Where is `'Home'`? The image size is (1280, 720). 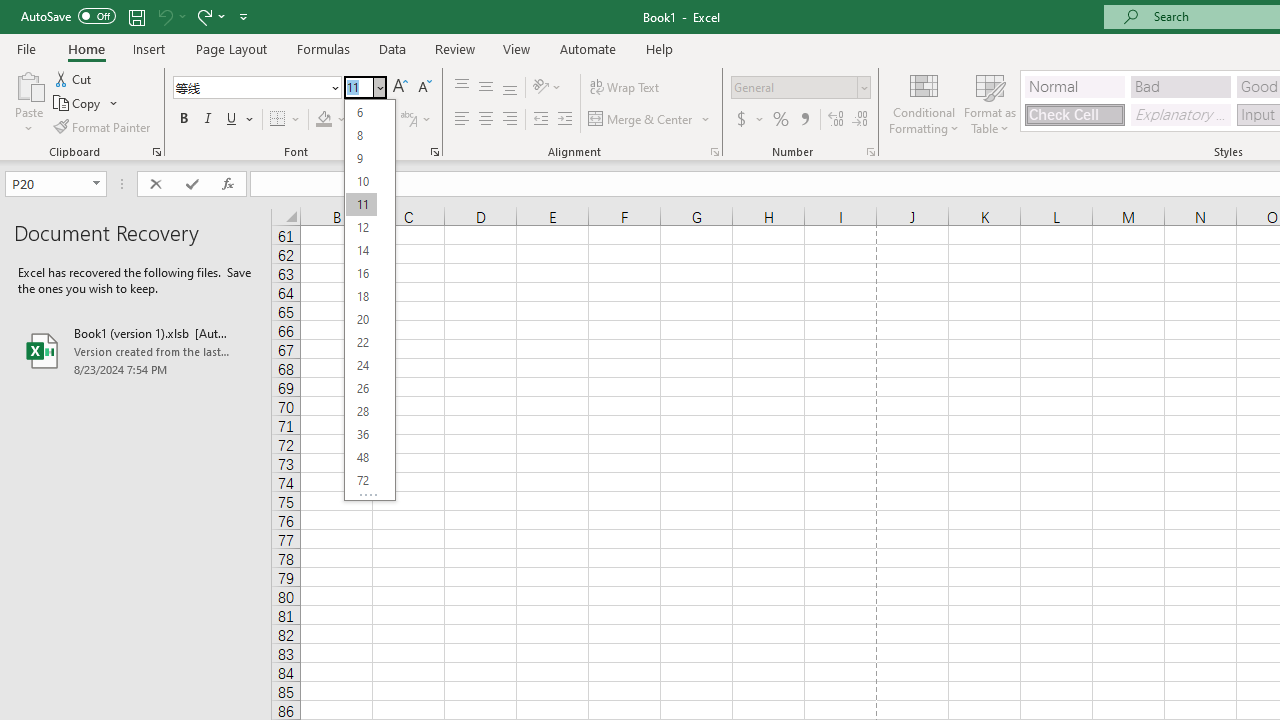 'Home' is located at coordinates (85, 48).